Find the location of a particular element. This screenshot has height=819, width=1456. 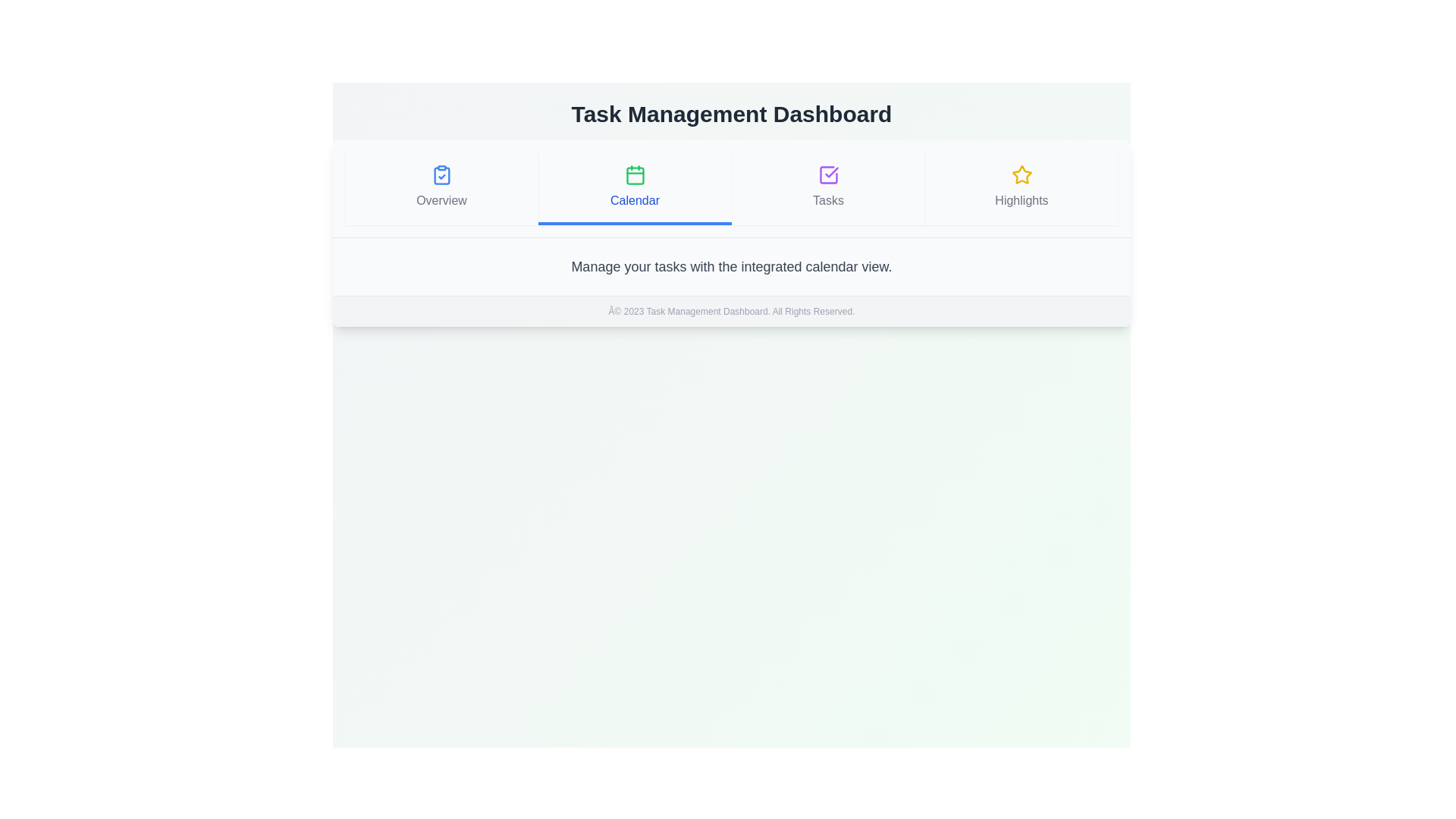

the static text display header at the top of the application, which indicates the application's title and purpose is located at coordinates (731, 113).